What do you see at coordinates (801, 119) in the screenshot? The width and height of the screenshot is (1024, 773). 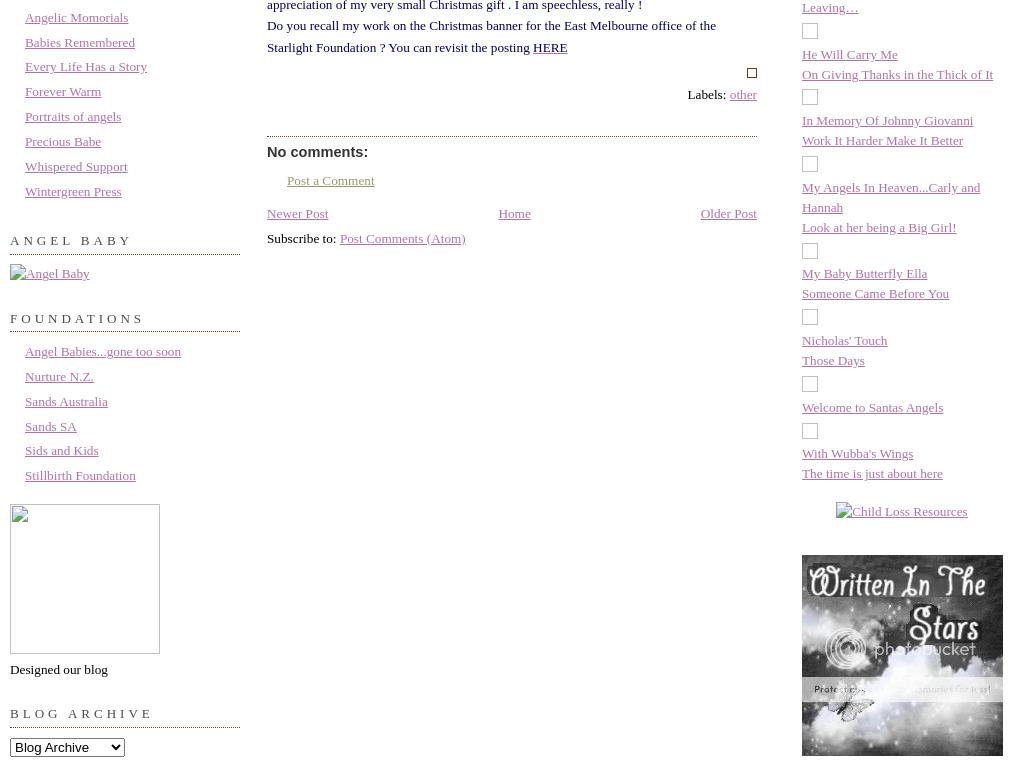 I see `'In Memory Of Johnny Giovanni'` at bounding box center [801, 119].